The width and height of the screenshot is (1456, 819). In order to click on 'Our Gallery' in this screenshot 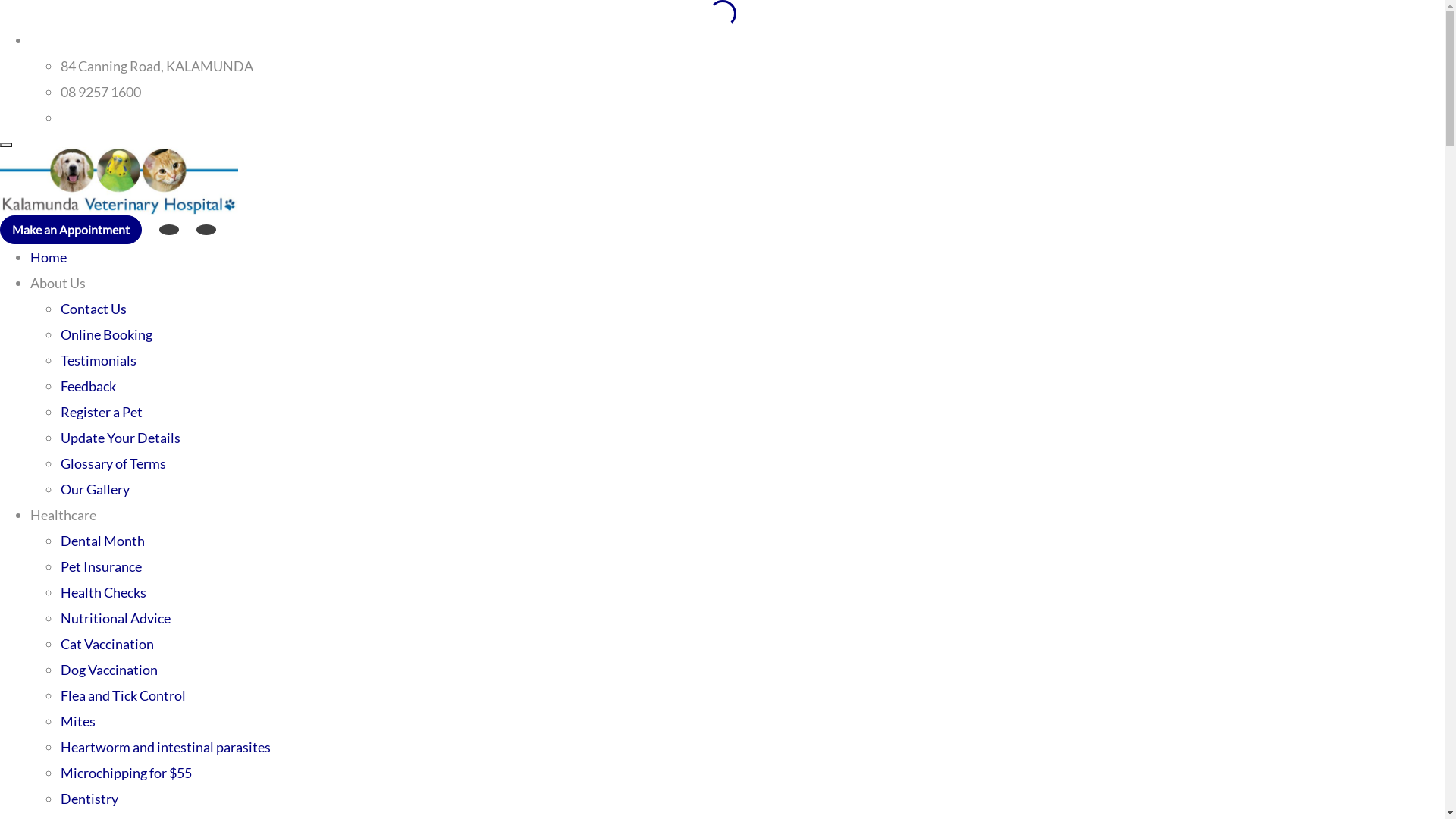, I will do `click(94, 488)`.